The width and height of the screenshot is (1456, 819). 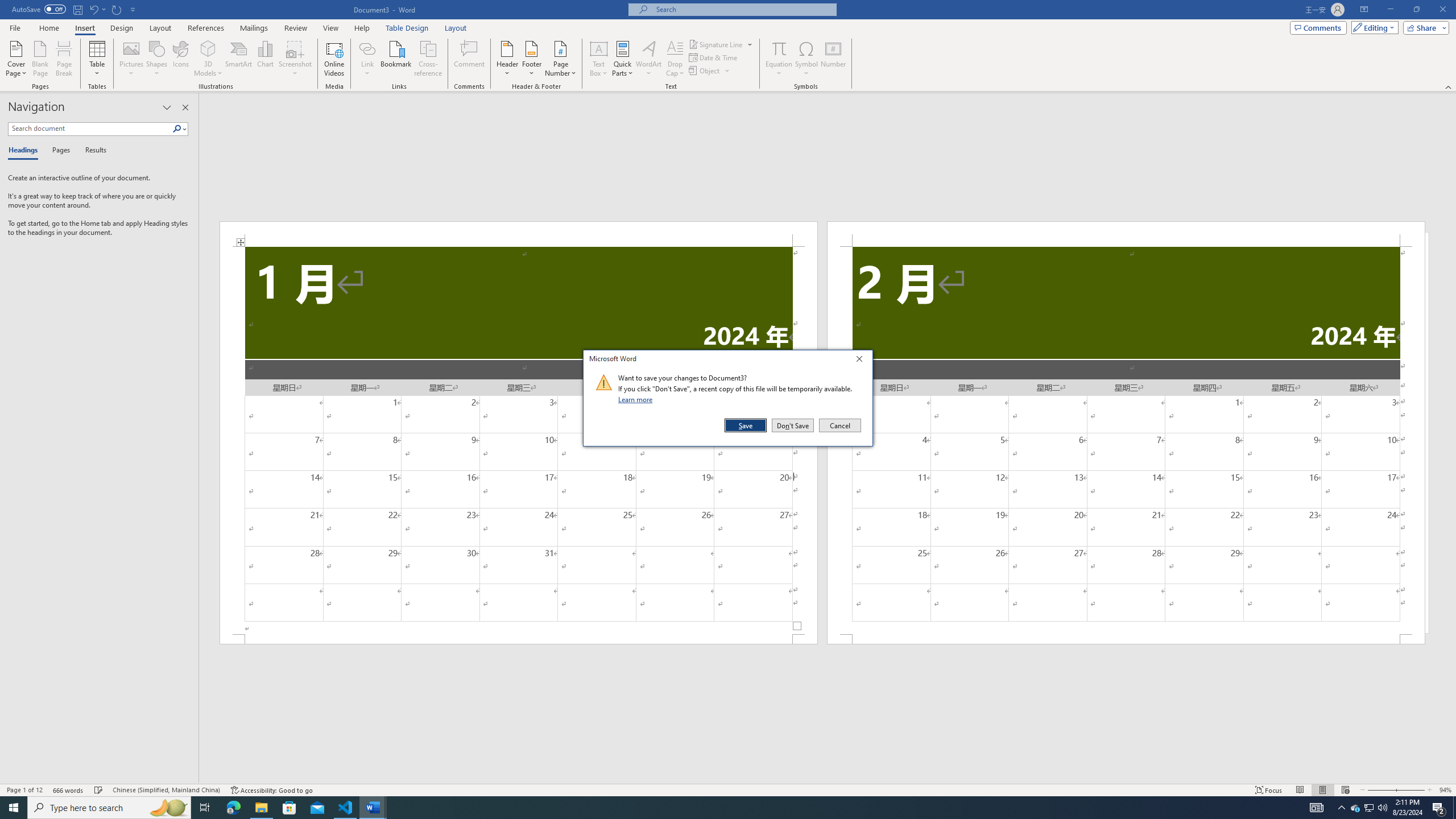 I want to click on 'Chart...', so click(x=265, y=59).